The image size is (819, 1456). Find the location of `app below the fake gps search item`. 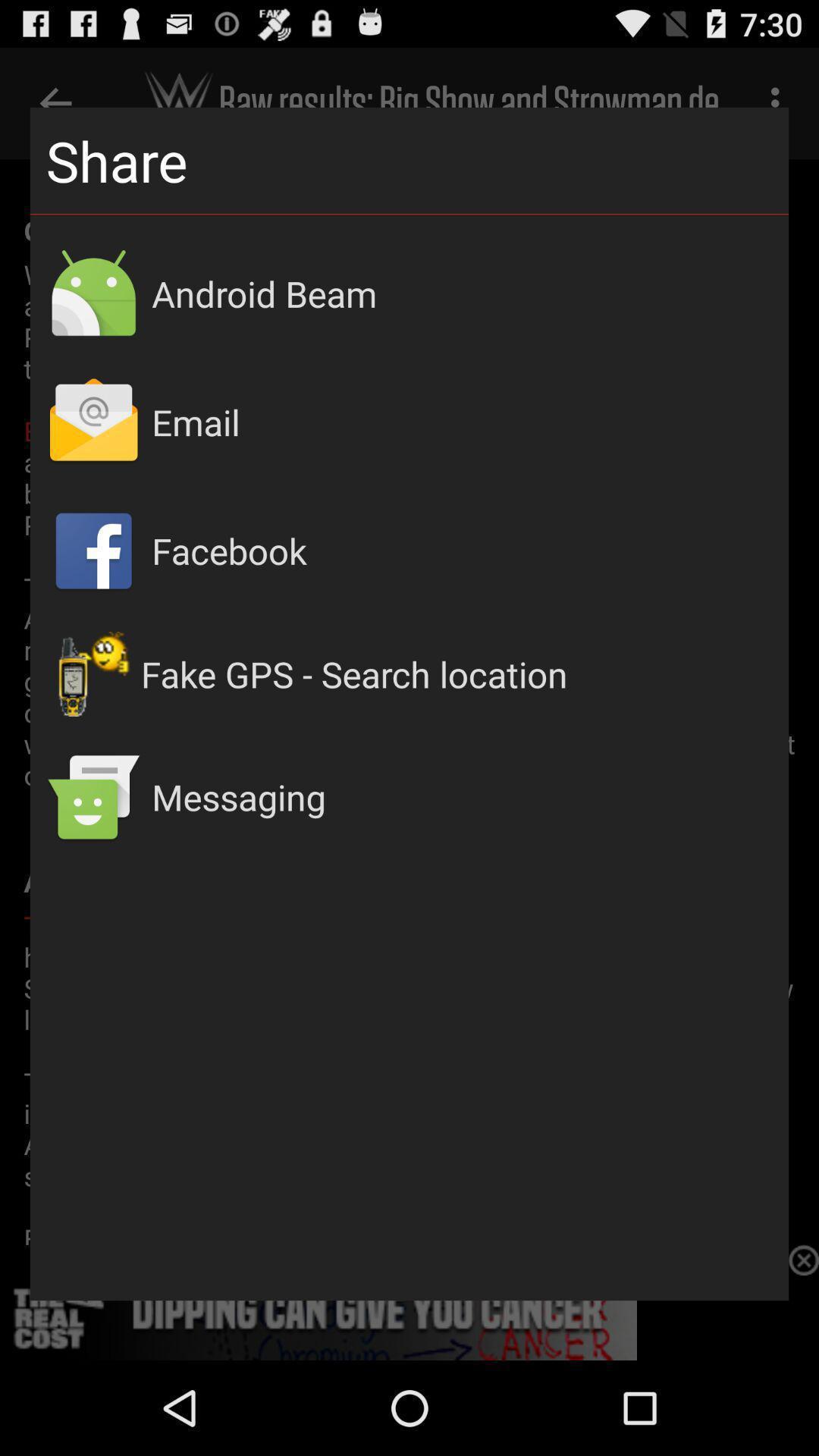

app below the fake gps search item is located at coordinates (461, 796).